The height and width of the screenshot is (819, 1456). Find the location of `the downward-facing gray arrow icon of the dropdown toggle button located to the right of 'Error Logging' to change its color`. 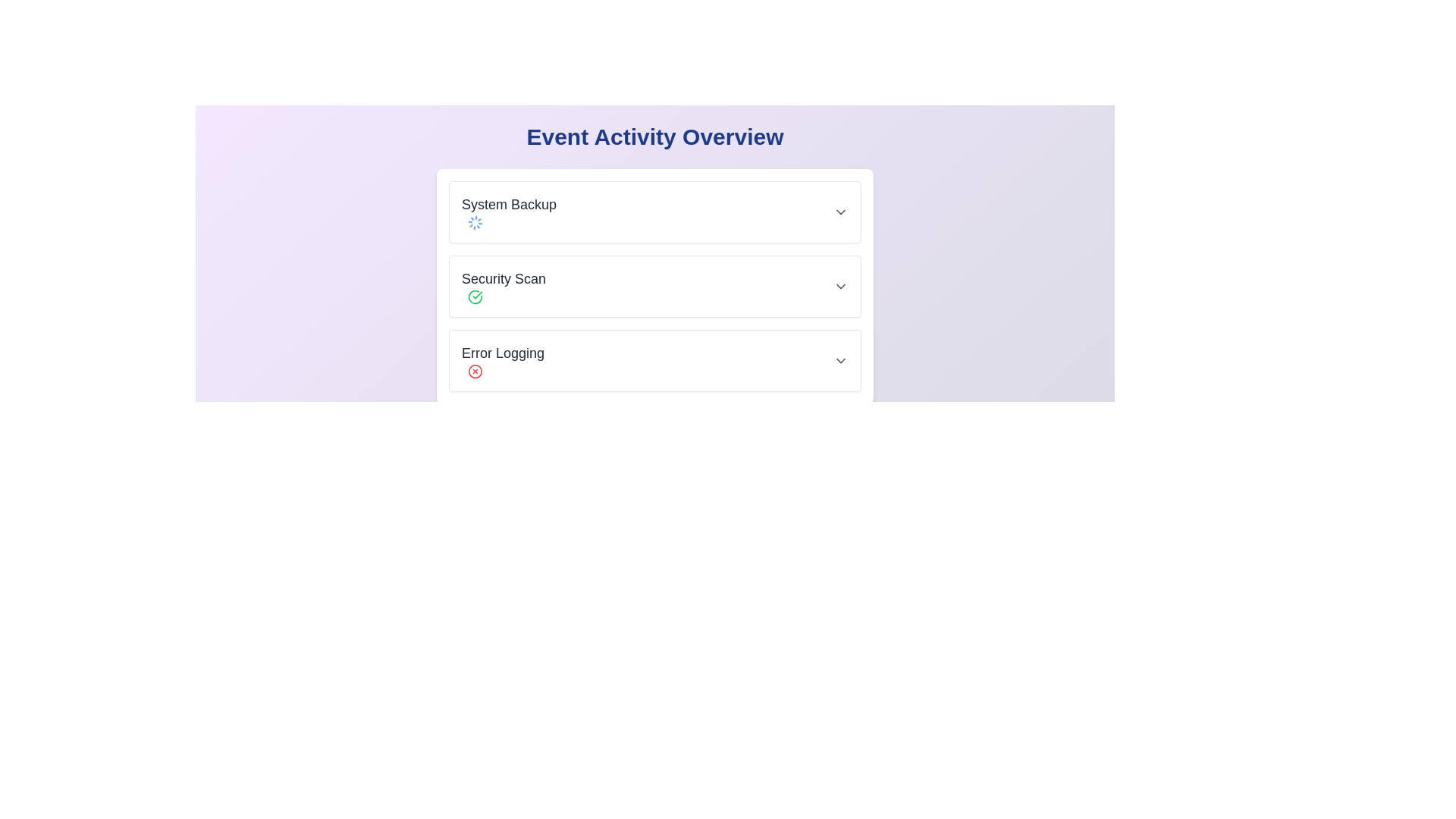

the downward-facing gray arrow icon of the dropdown toggle button located to the right of 'Error Logging' to change its color is located at coordinates (839, 360).